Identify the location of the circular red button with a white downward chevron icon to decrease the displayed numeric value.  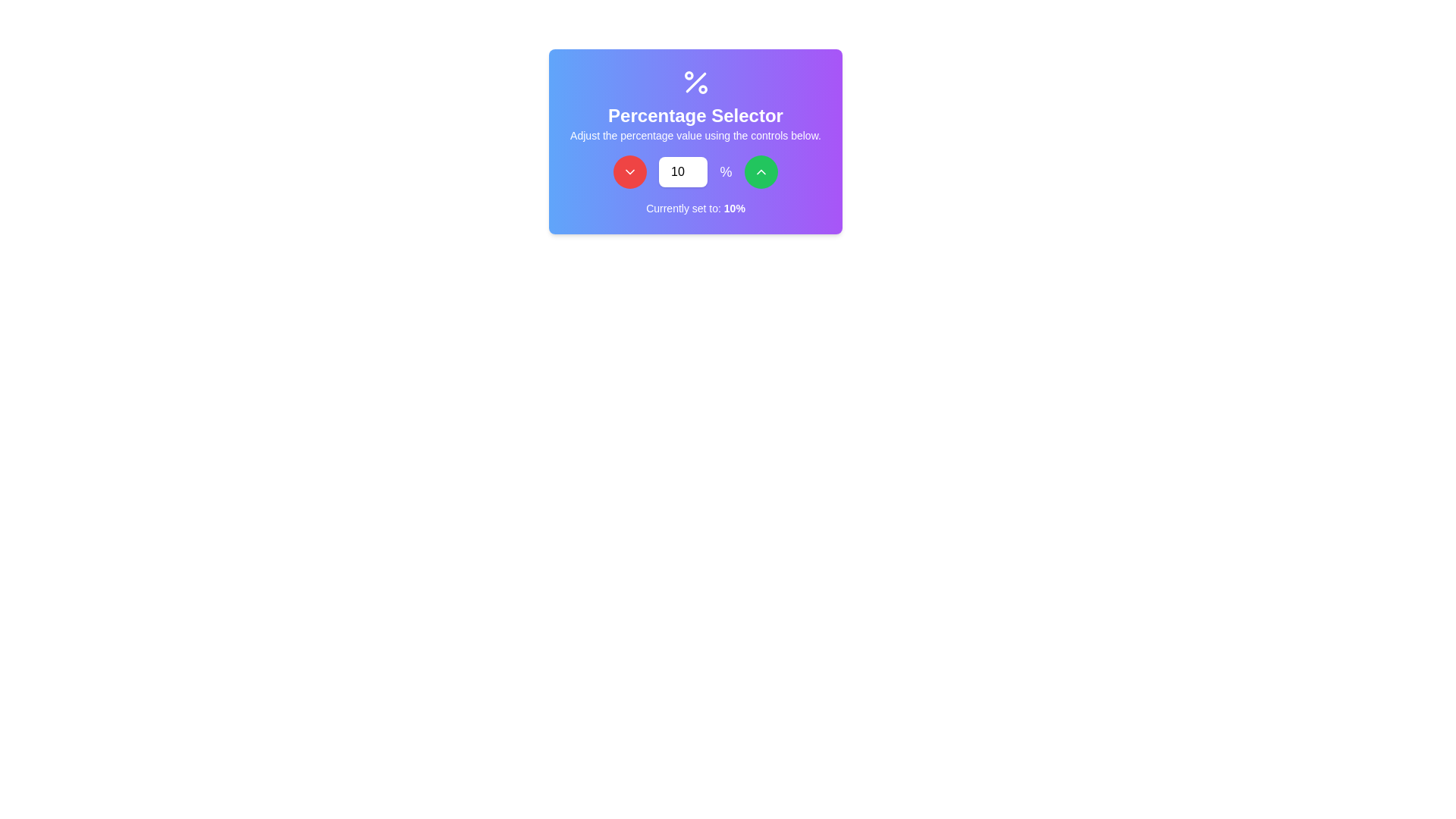
(630, 171).